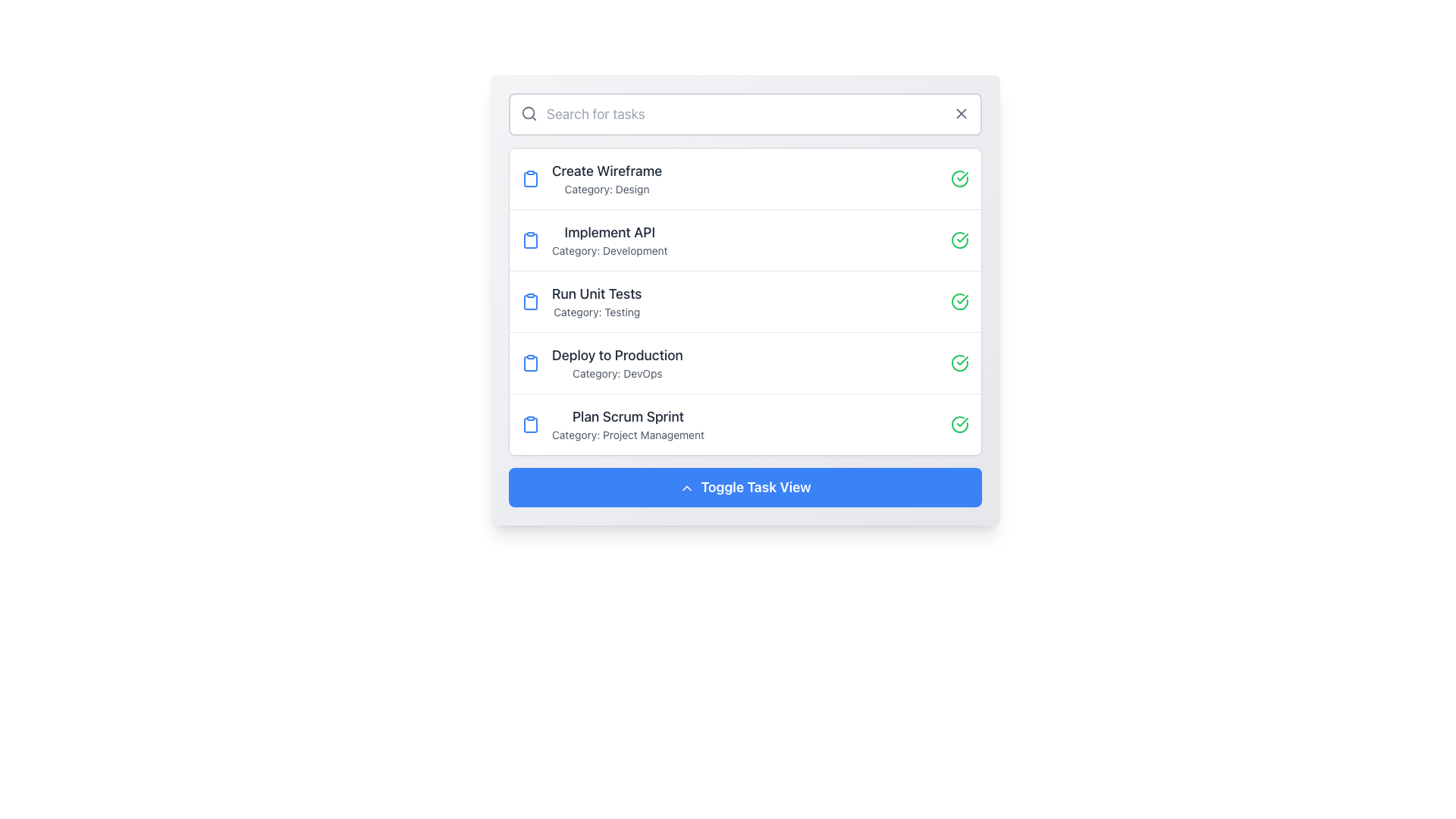 The width and height of the screenshot is (1456, 819). Describe the element at coordinates (959, 362) in the screenshot. I see `the status icon indicating the successful completion of the 'Deploy to Production' task located on the far right side of the 'Deploy to Production Category: DevOps' row` at that location.